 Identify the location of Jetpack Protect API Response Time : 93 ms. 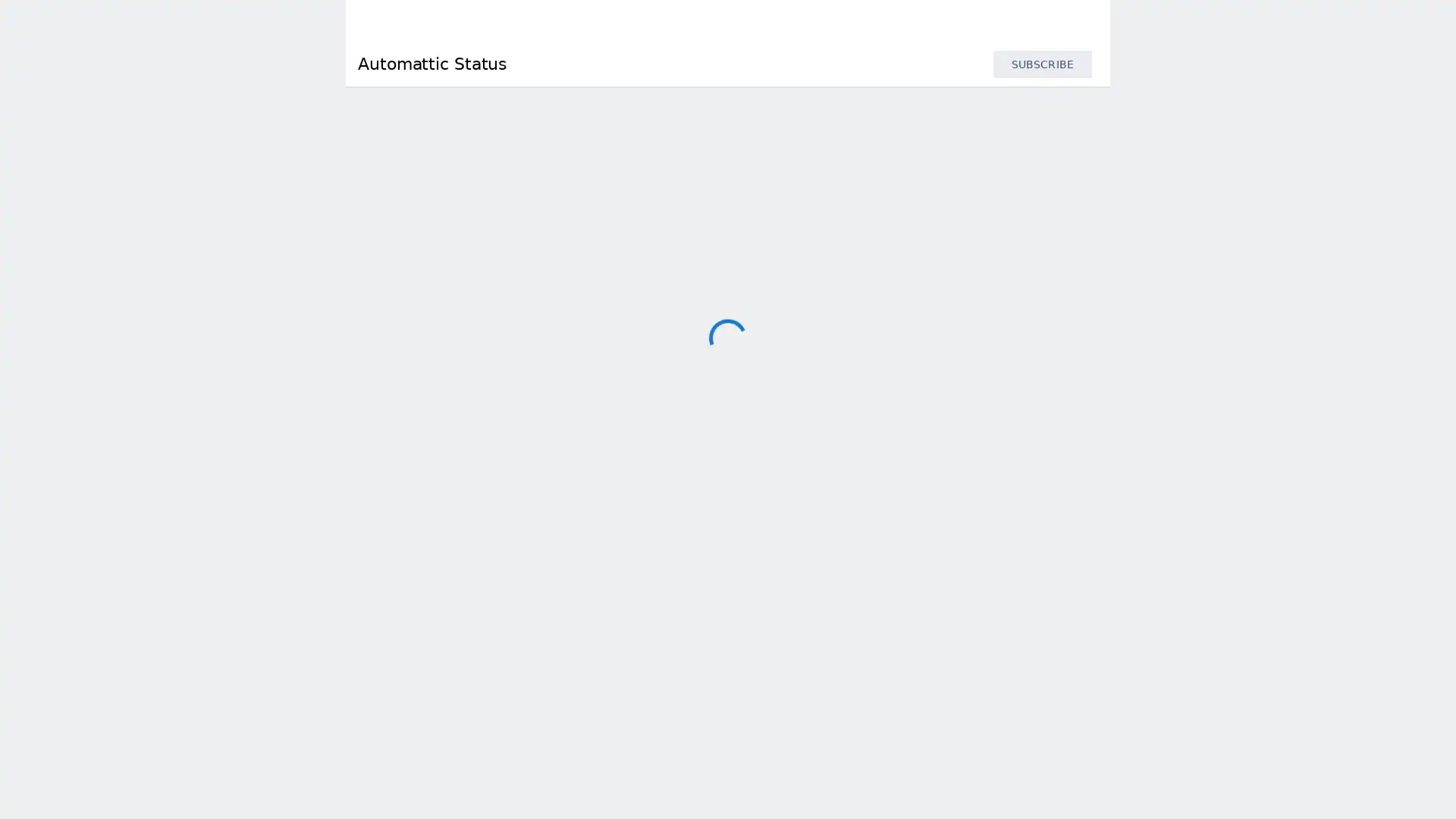
(635, 516).